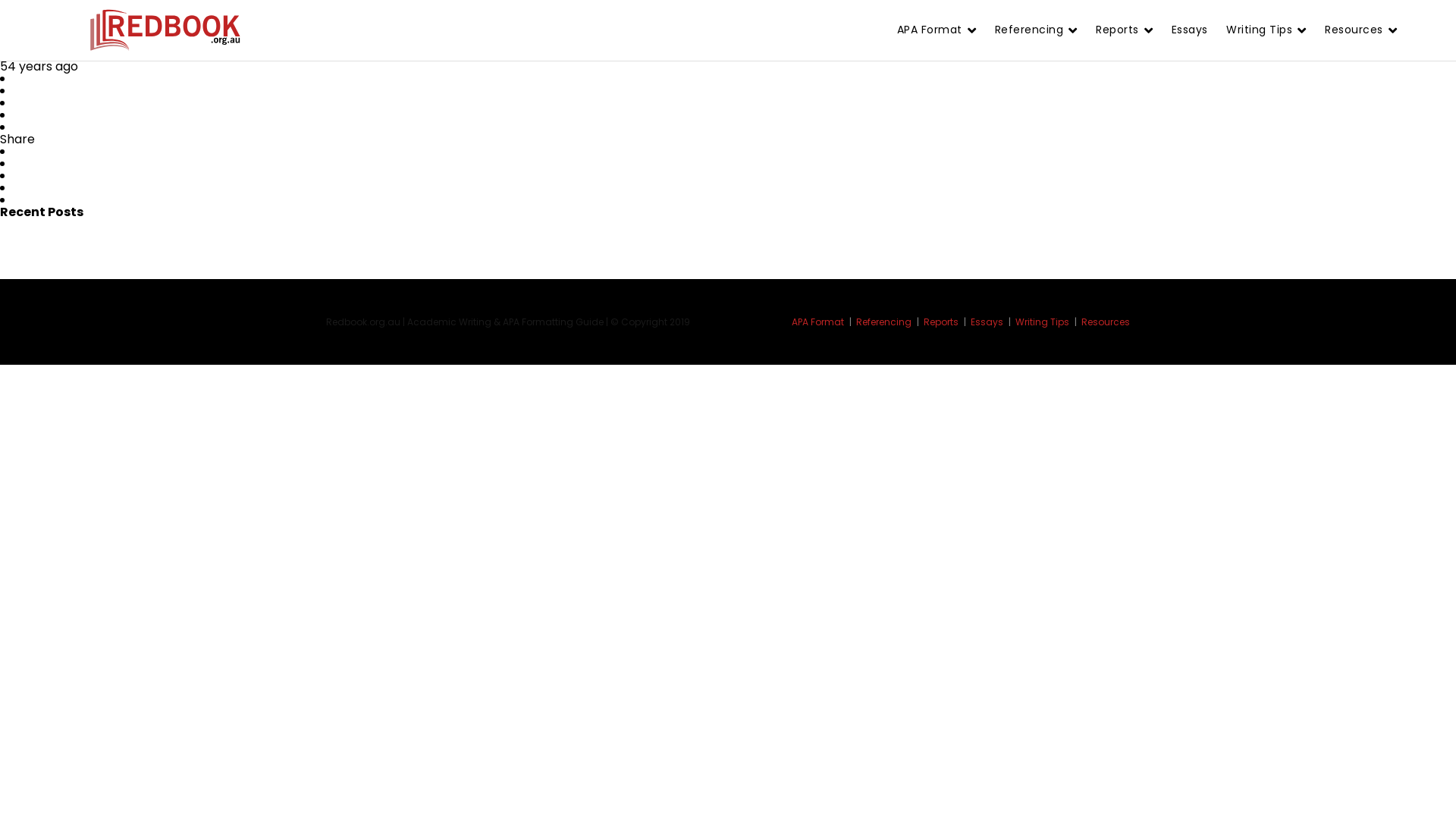 This screenshot has height=819, width=1456. Describe the element at coordinates (923, 321) in the screenshot. I see `'Reports'` at that location.